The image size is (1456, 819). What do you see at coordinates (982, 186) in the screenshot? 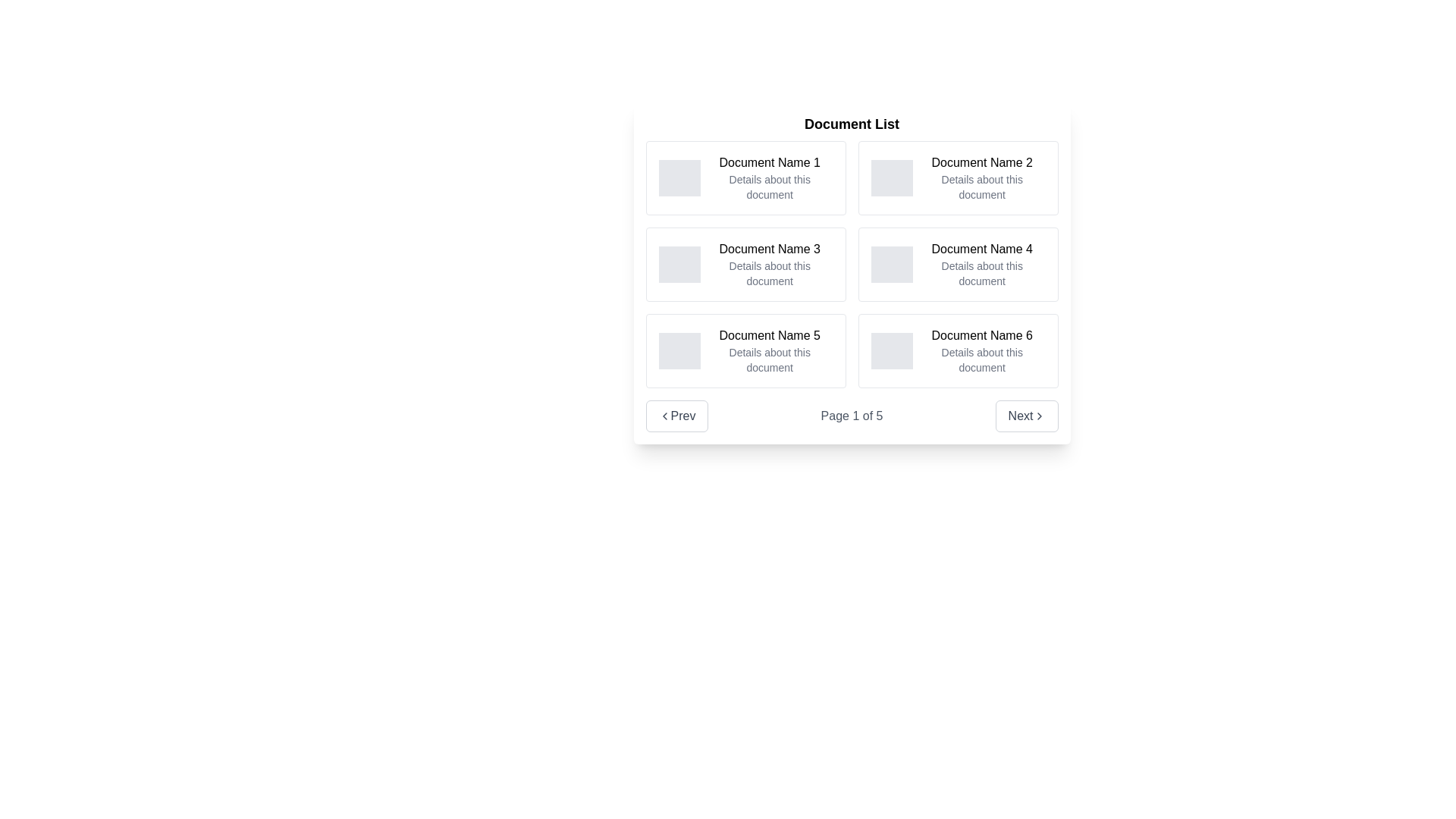
I see `the descriptive text label providing additional details about 'Document Name 2', located below its title in the second card of the grid layout` at bounding box center [982, 186].